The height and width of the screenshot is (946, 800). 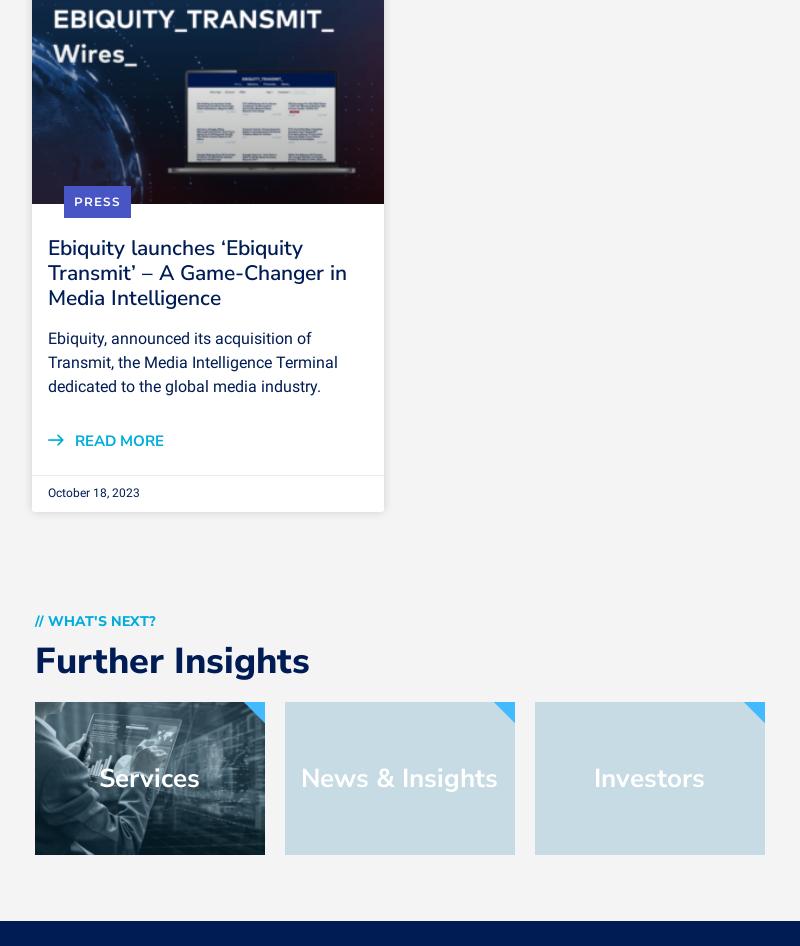 I want to click on 'October 18, 2023', so click(x=94, y=492).